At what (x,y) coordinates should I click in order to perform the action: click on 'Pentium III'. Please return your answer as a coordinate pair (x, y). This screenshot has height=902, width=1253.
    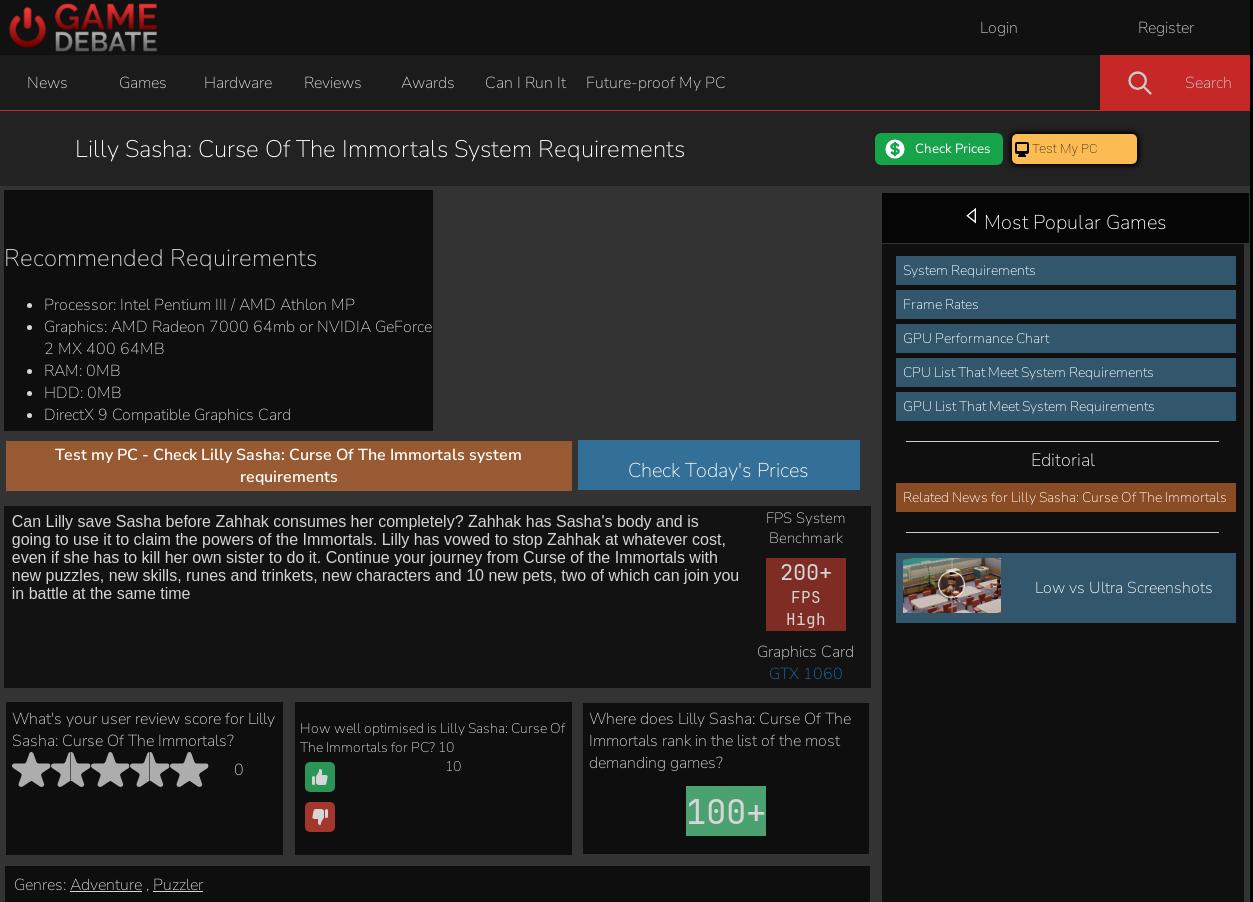
    Looking at the image, I should click on (625, 878).